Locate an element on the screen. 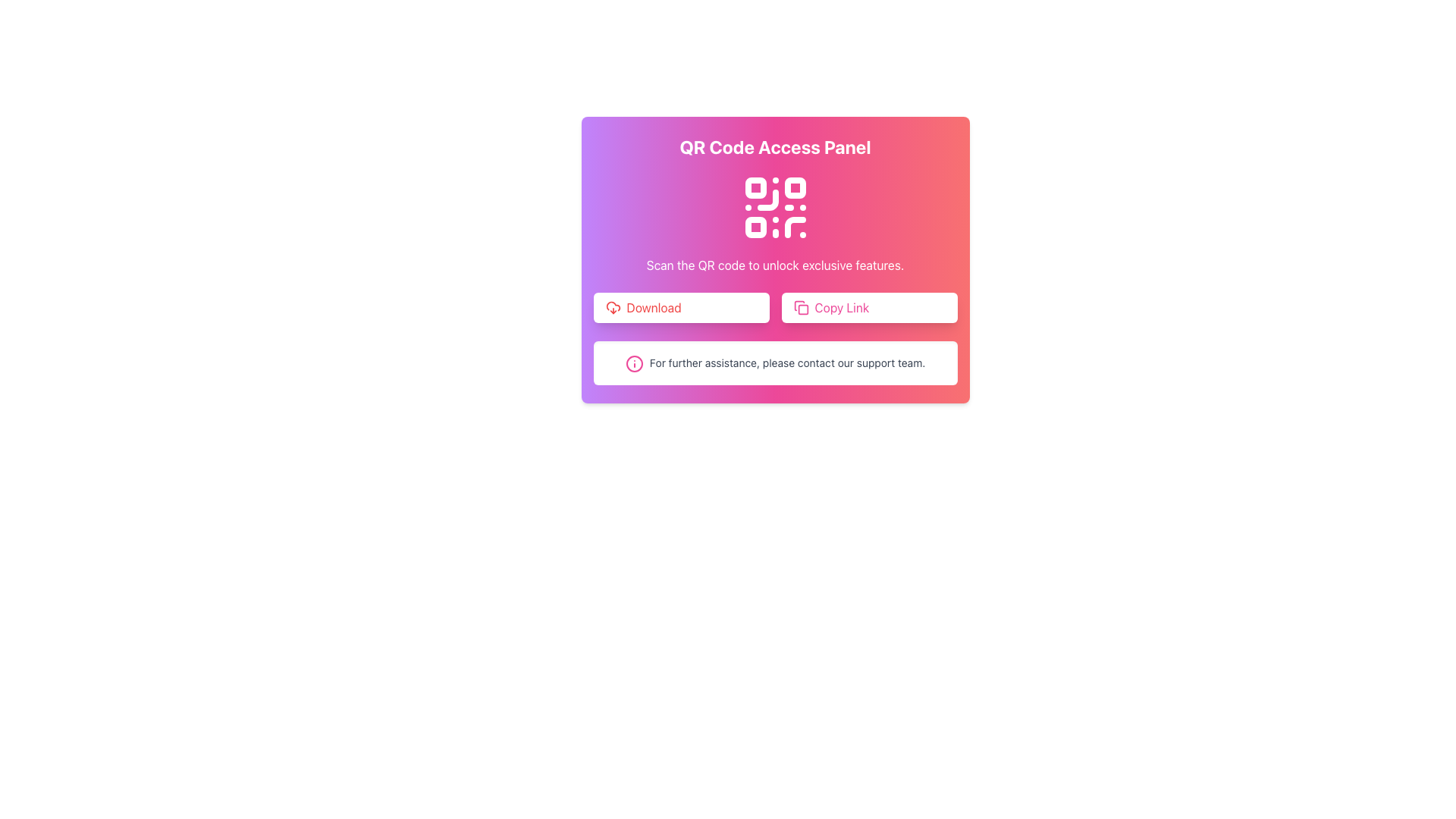 The width and height of the screenshot is (1456, 819). the circular marker of the information icon located to the left of the text 'For further assistance, please contact our support team.' in the bottom section of the pink-gradient panel is located at coordinates (634, 363).